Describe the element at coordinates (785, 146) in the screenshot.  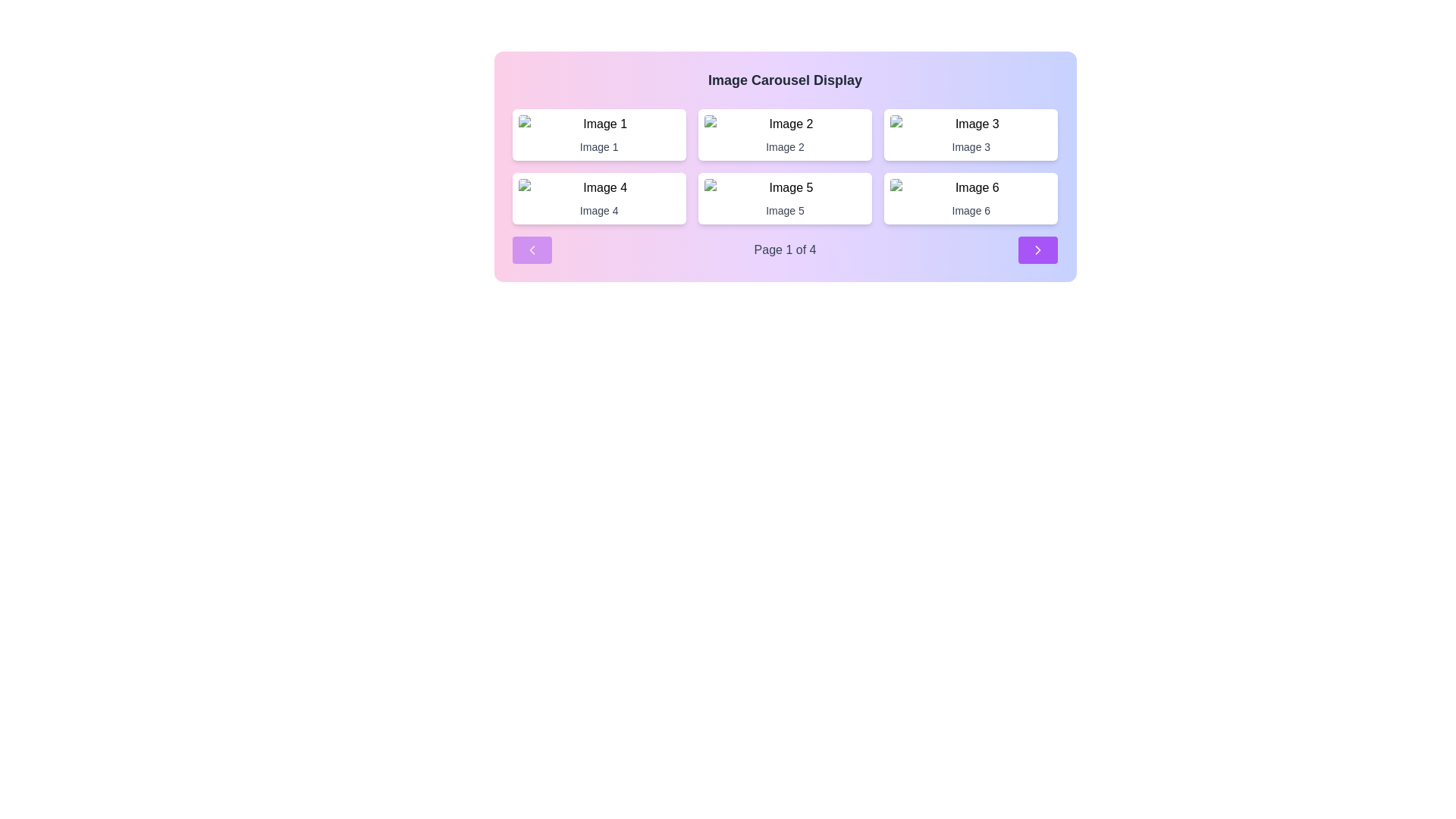
I see `the text label positioned directly below the placeholder image labeled 'Image 2', located in the second cell of the first row of the grid layout` at that location.